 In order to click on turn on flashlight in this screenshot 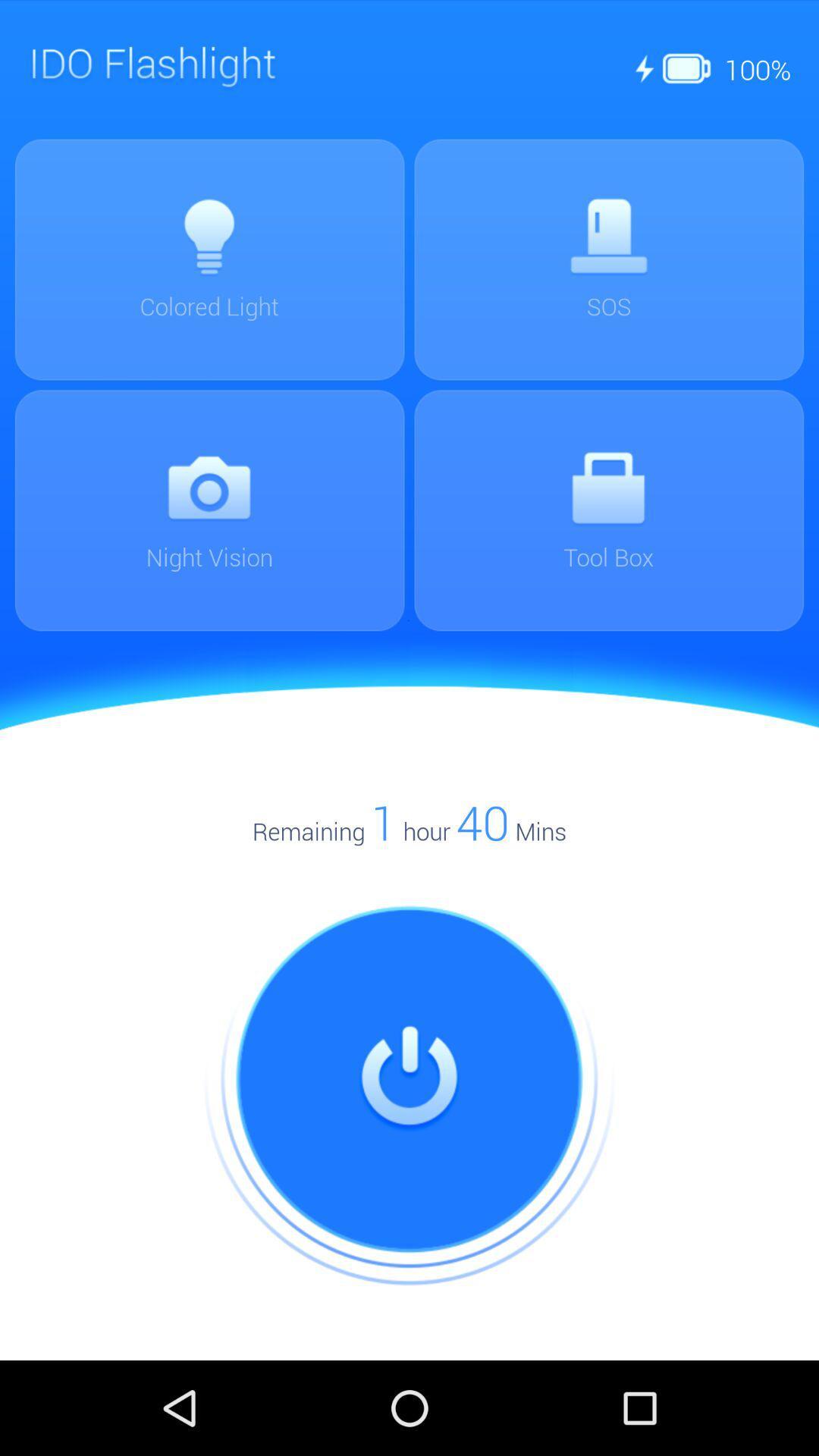, I will do `click(409, 1079)`.